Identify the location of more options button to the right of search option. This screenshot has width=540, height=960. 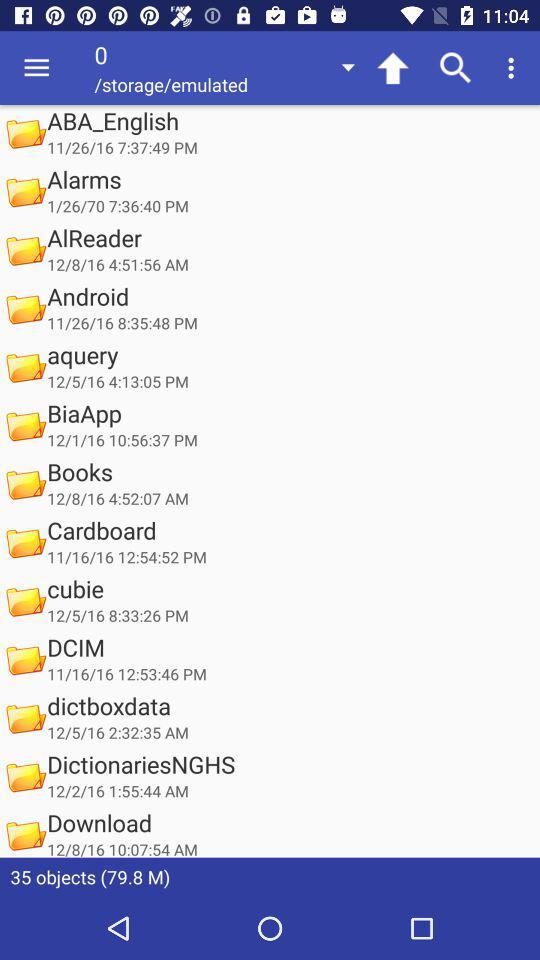
(514, 68).